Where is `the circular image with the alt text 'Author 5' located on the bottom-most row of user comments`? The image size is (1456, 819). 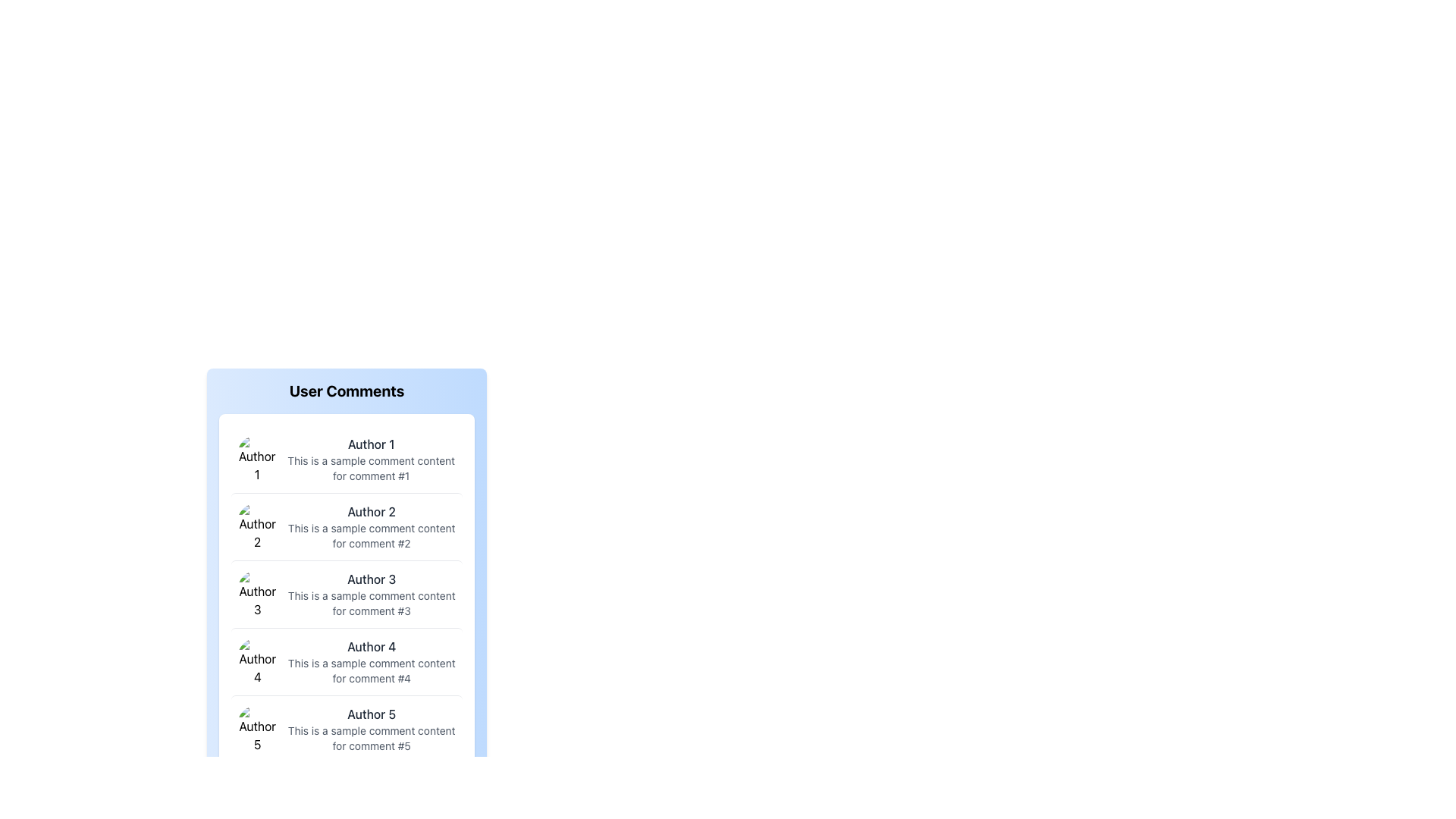 the circular image with the alt text 'Author 5' located on the bottom-most row of user comments is located at coordinates (257, 728).